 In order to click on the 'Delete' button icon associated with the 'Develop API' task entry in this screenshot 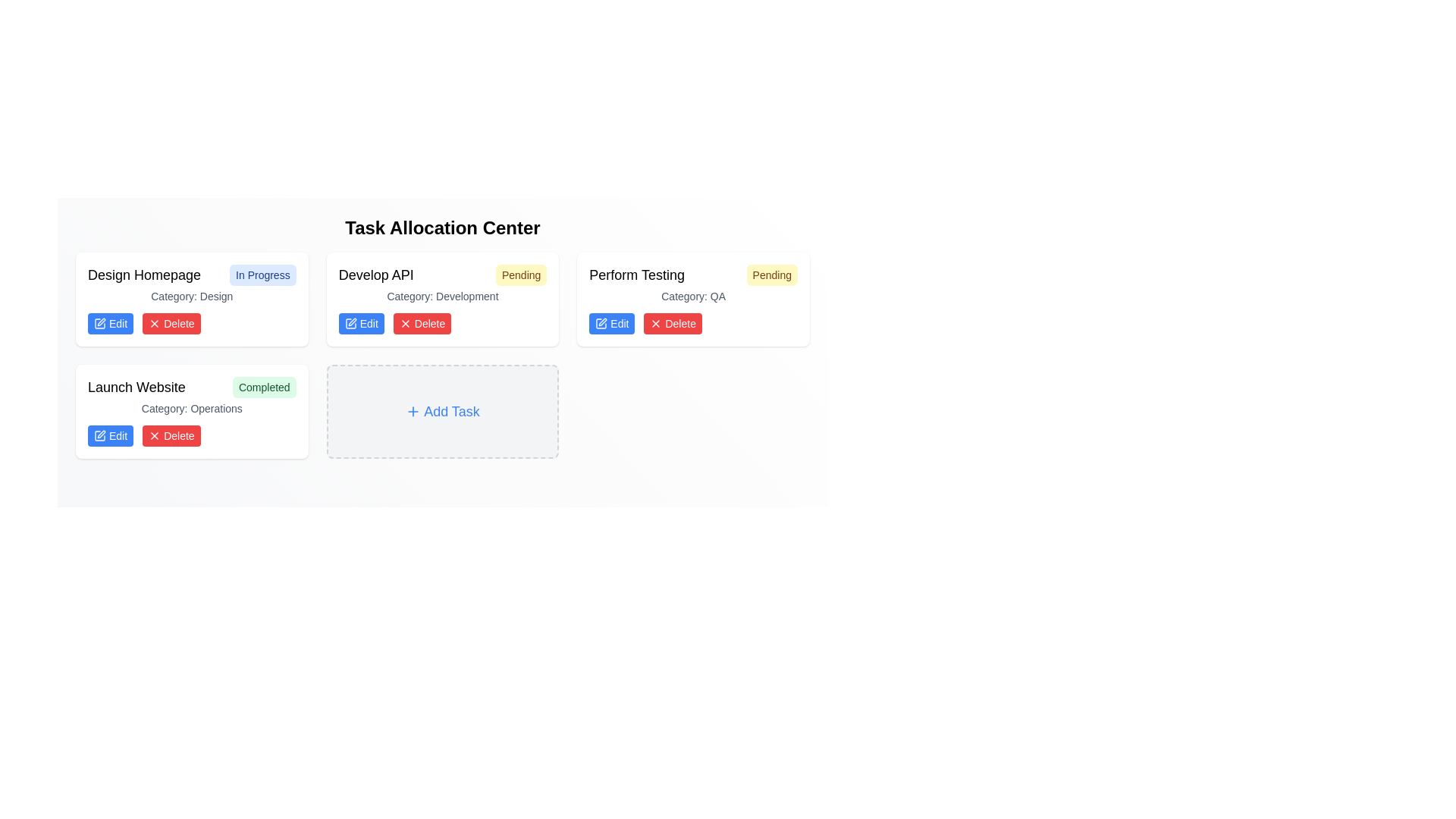, I will do `click(405, 323)`.